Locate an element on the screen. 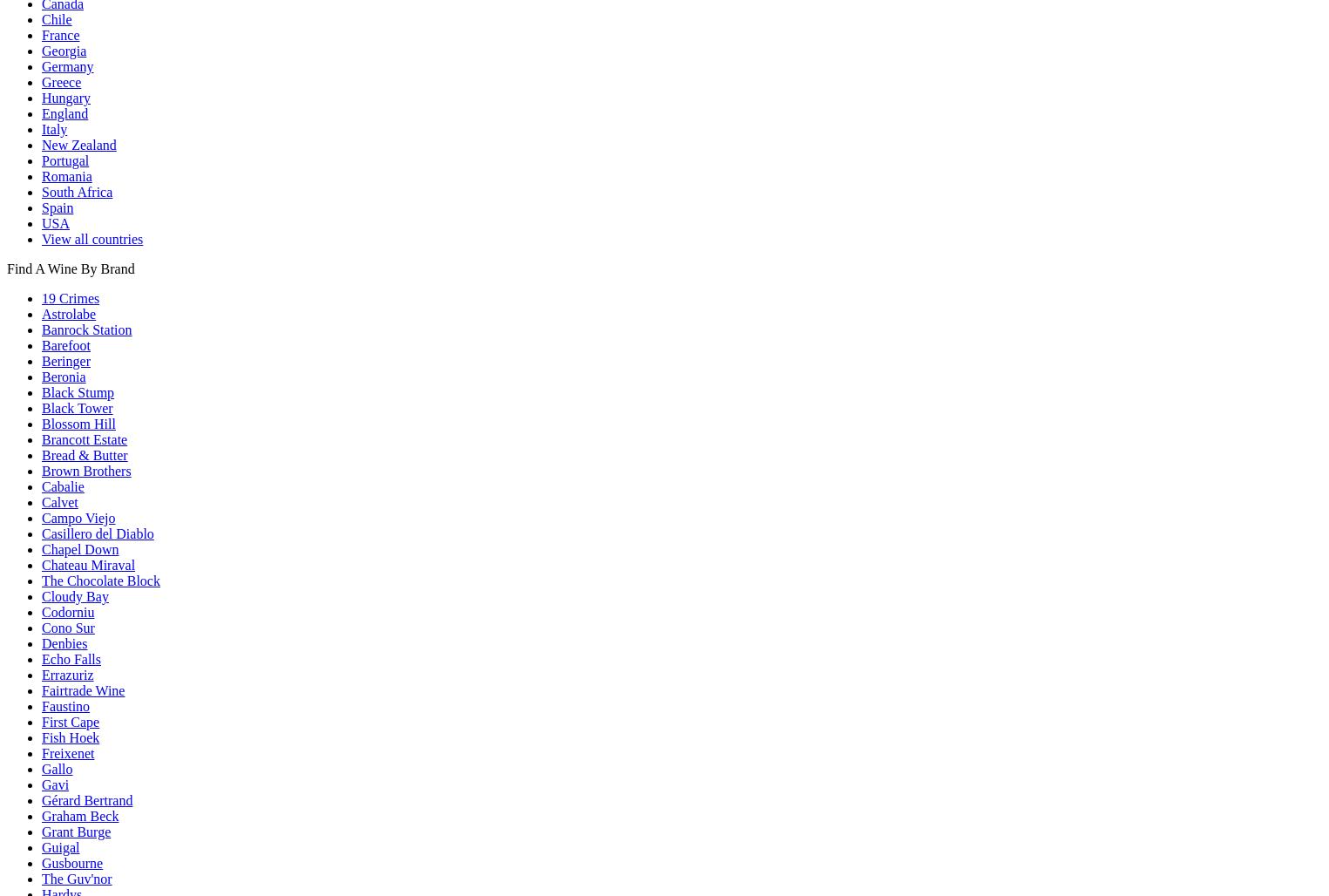 This screenshot has width=1329, height=896. 'Codorniu' is located at coordinates (67, 611).